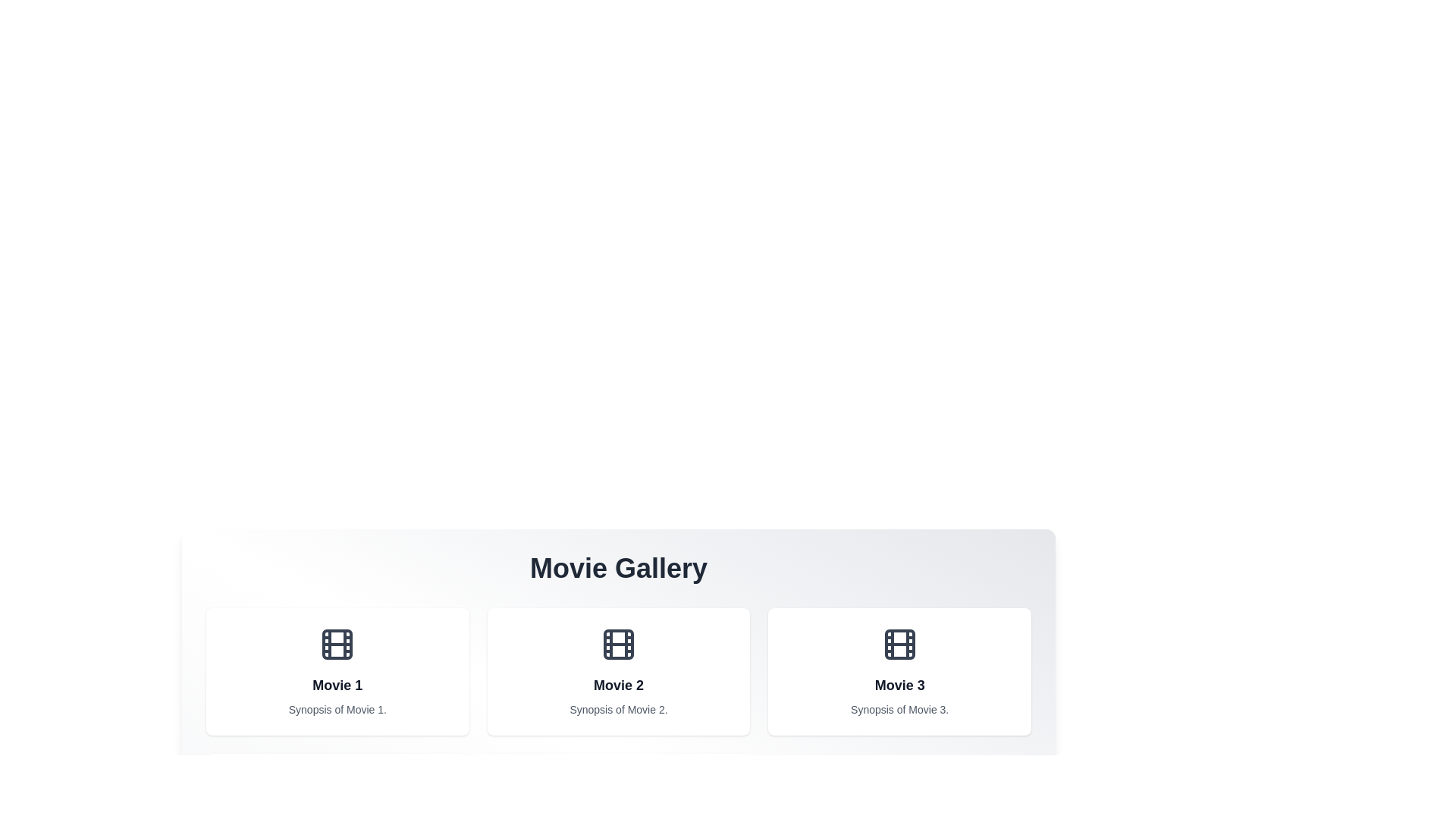  What do you see at coordinates (899, 710) in the screenshot?
I see `the text label displaying the synopsis for 'Movie 3', located in the third card under the 'Movie Gallery' header` at bounding box center [899, 710].